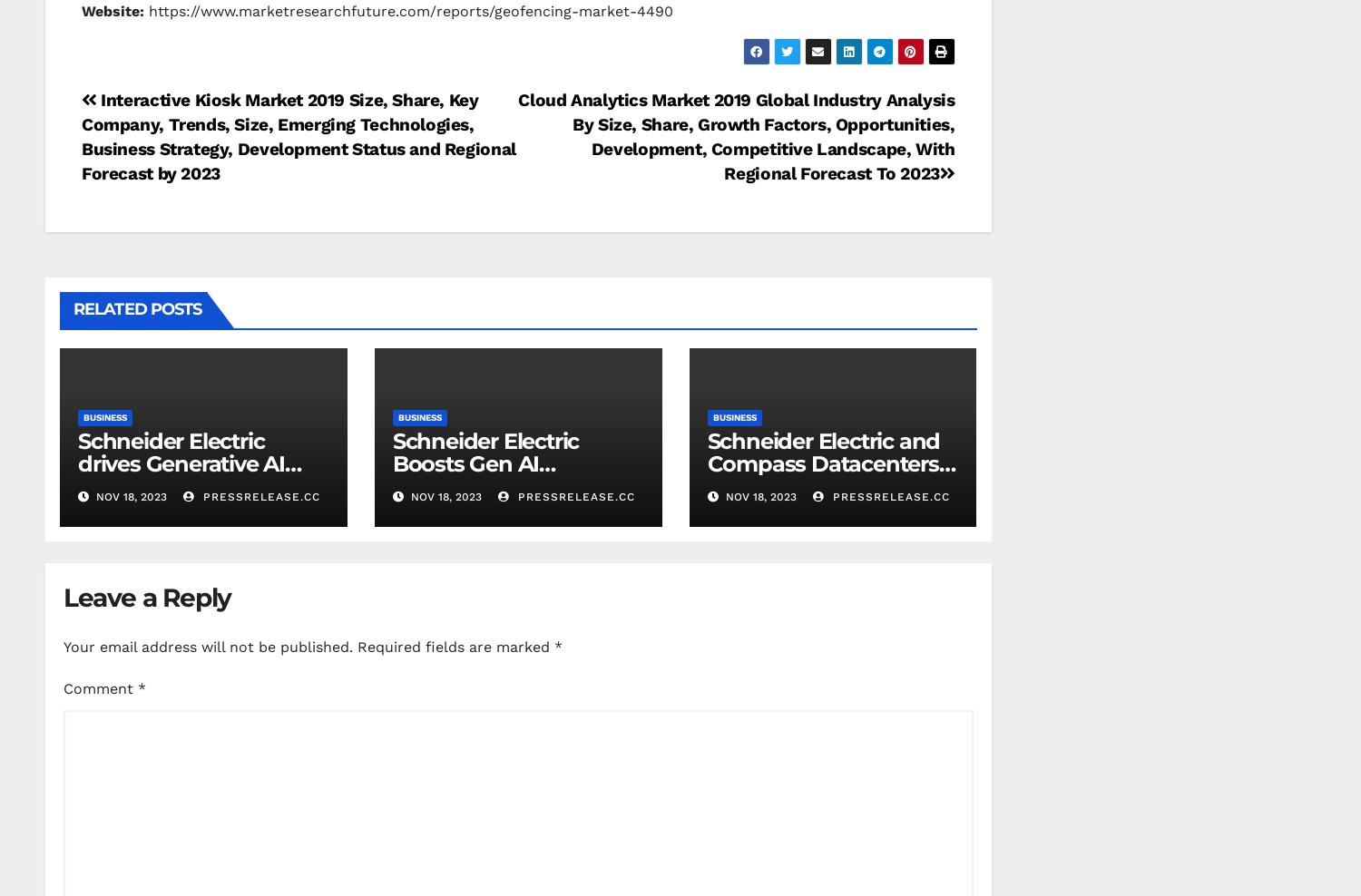 This screenshot has width=1361, height=896. I want to click on 'Schneider Electric drives Generative AI productivity and sustainability solutions by integrating Microsoft Azure OpenAI', so click(201, 496).